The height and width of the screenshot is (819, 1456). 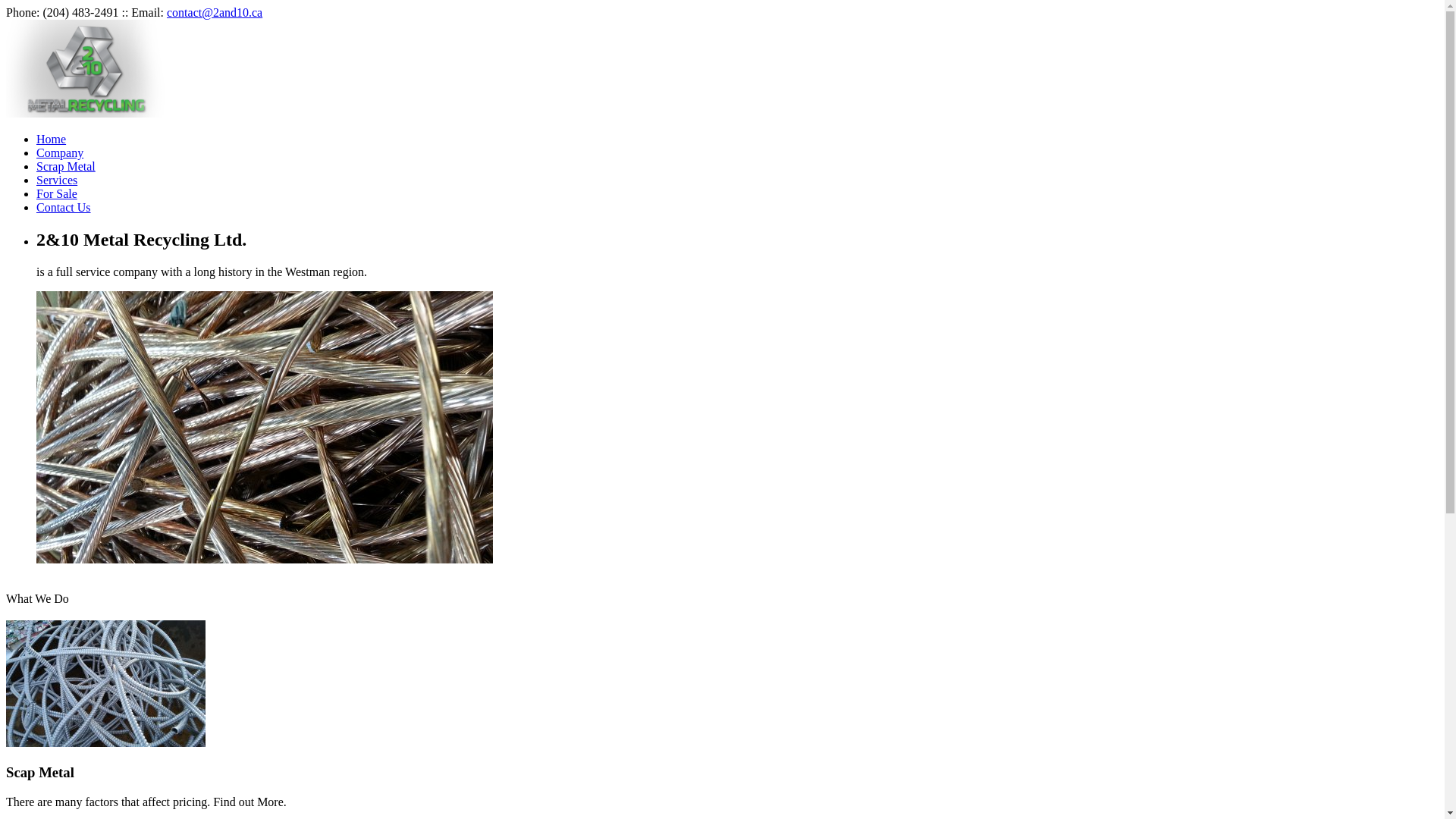 What do you see at coordinates (57, 179) in the screenshot?
I see `'Services'` at bounding box center [57, 179].